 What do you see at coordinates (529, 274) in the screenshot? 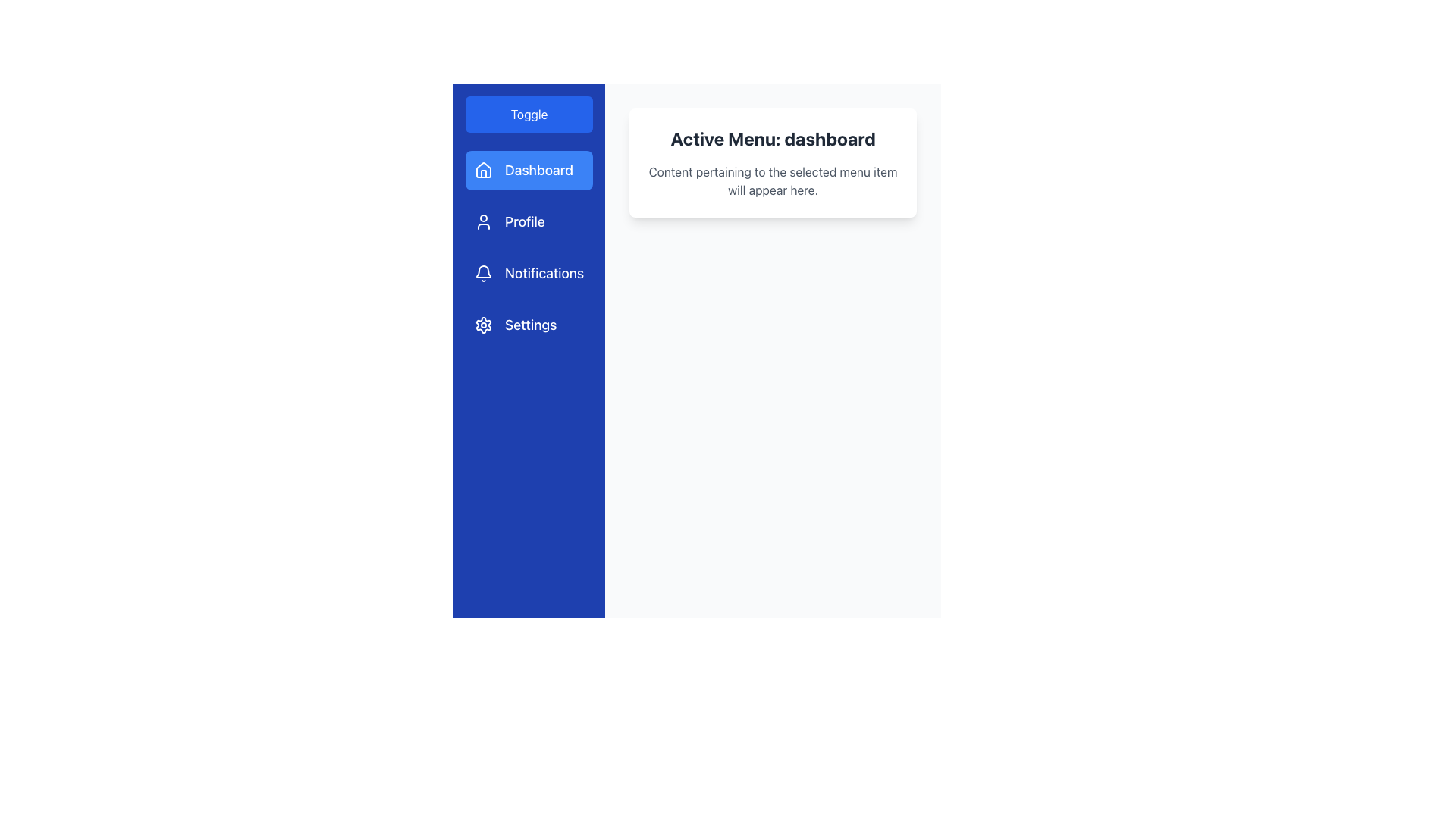
I see `the 'Notifications' button with a blue background, located in the vertical navigation menu` at bounding box center [529, 274].